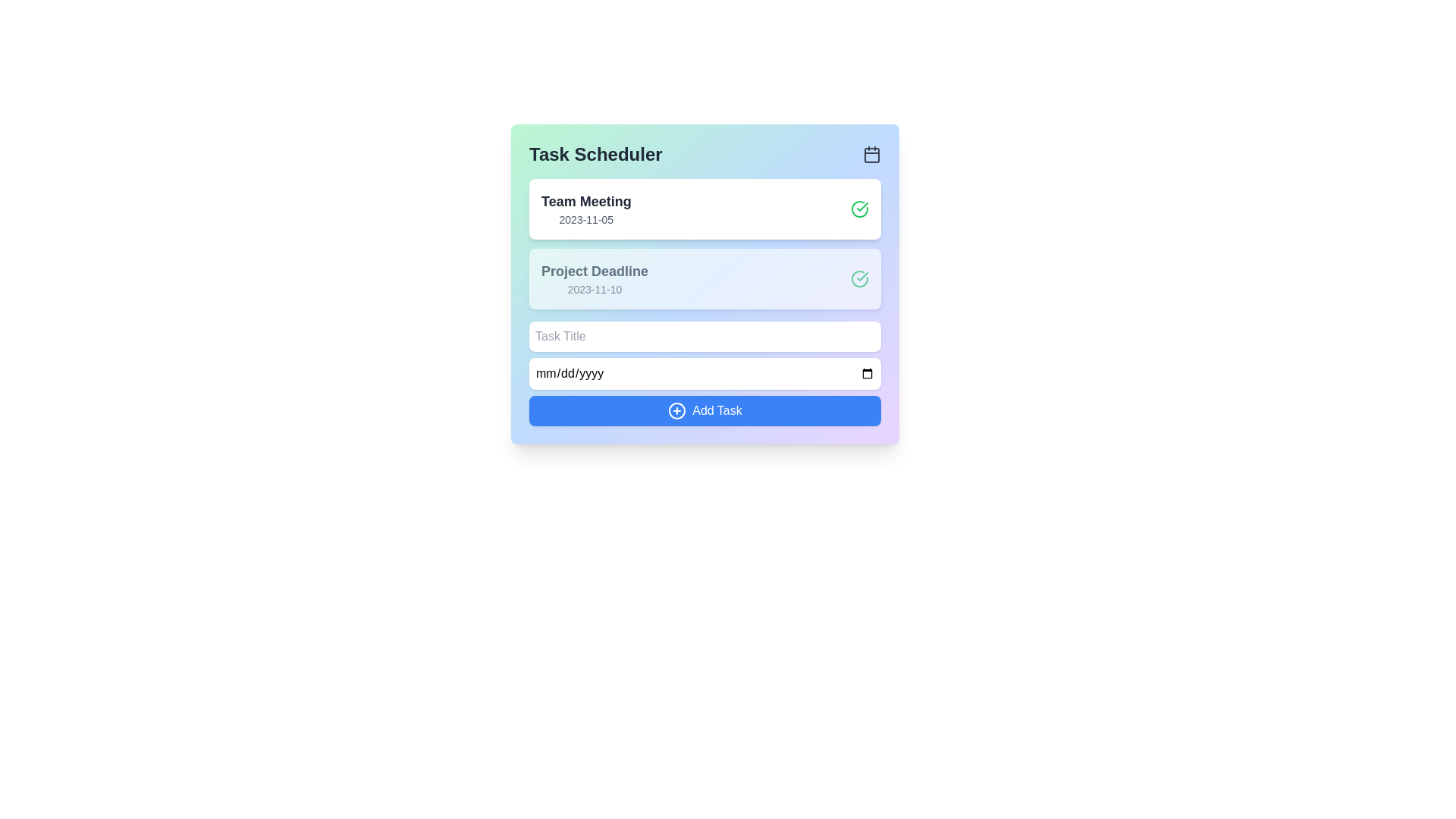  Describe the element at coordinates (585, 201) in the screenshot. I see `the static text label displaying 'Team Meeting', which is prominently positioned near the top of the task scheduling interface, above the date '2023-11-05'` at that location.